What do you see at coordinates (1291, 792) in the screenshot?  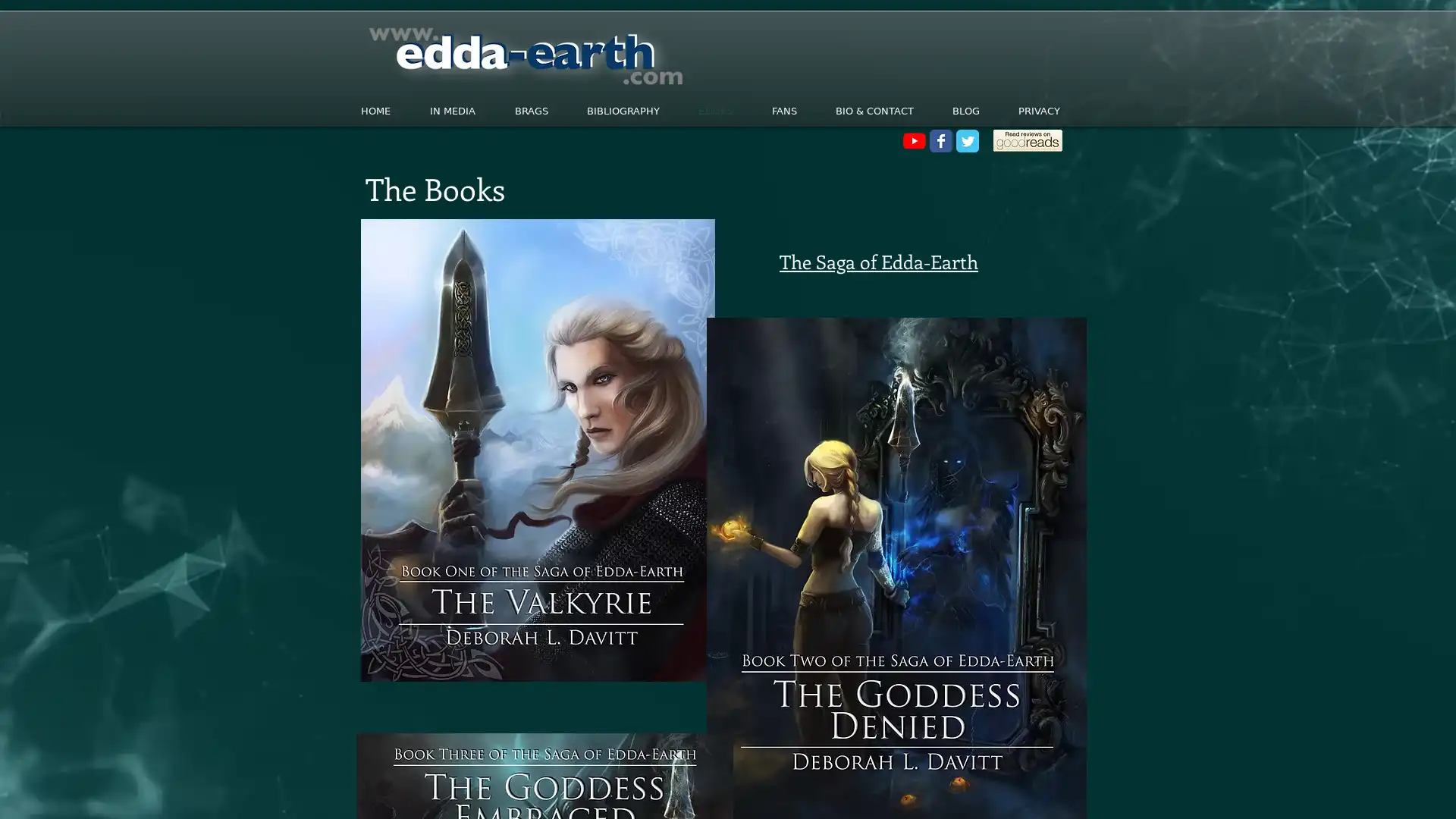 I see `Cookie Settings` at bounding box center [1291, 792].